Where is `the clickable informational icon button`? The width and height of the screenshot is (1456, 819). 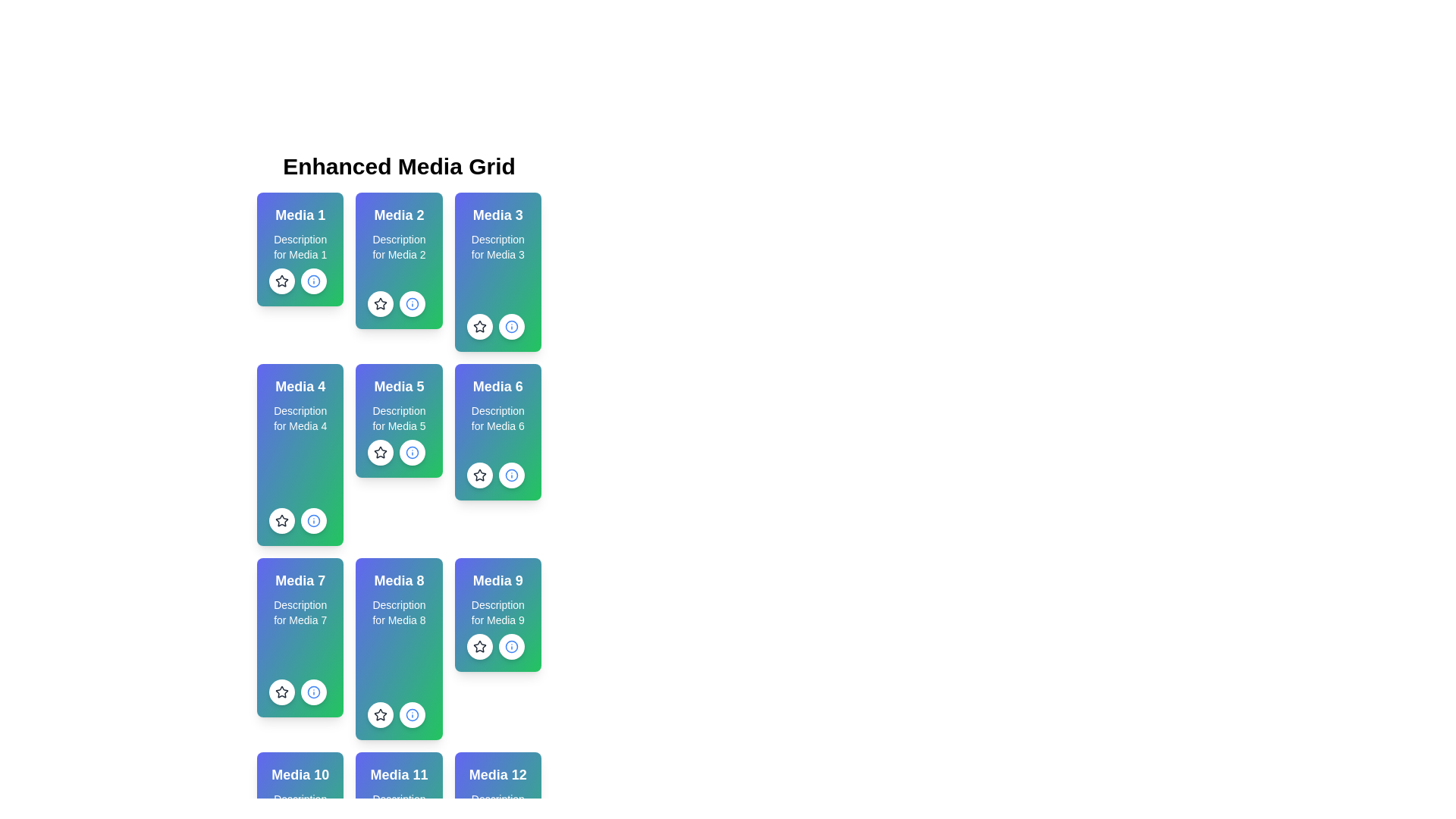
the clickable informational icon button is located at coordinates (298, 692).